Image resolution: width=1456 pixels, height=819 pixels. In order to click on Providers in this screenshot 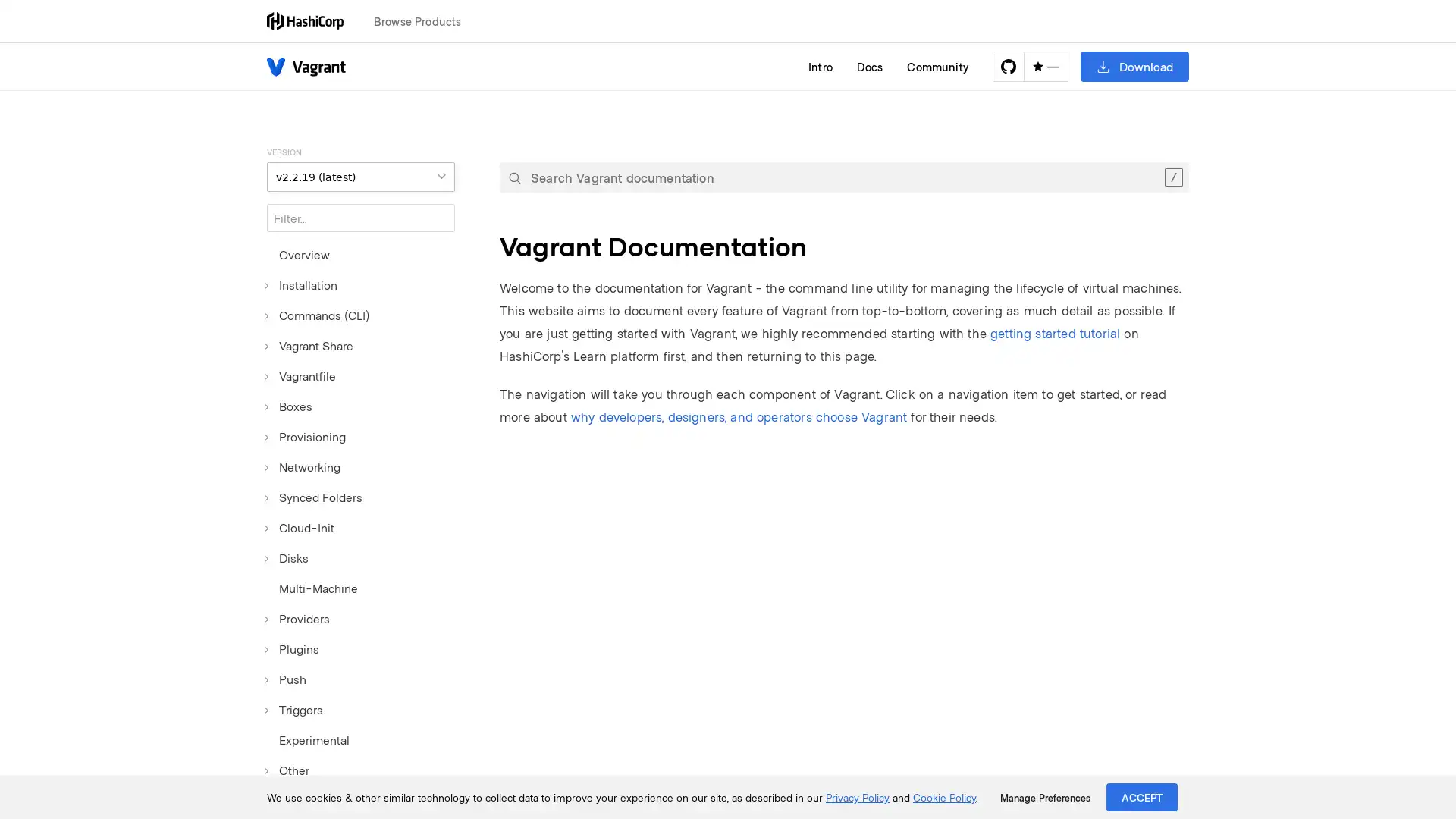, I will do `click(298, 619)`.